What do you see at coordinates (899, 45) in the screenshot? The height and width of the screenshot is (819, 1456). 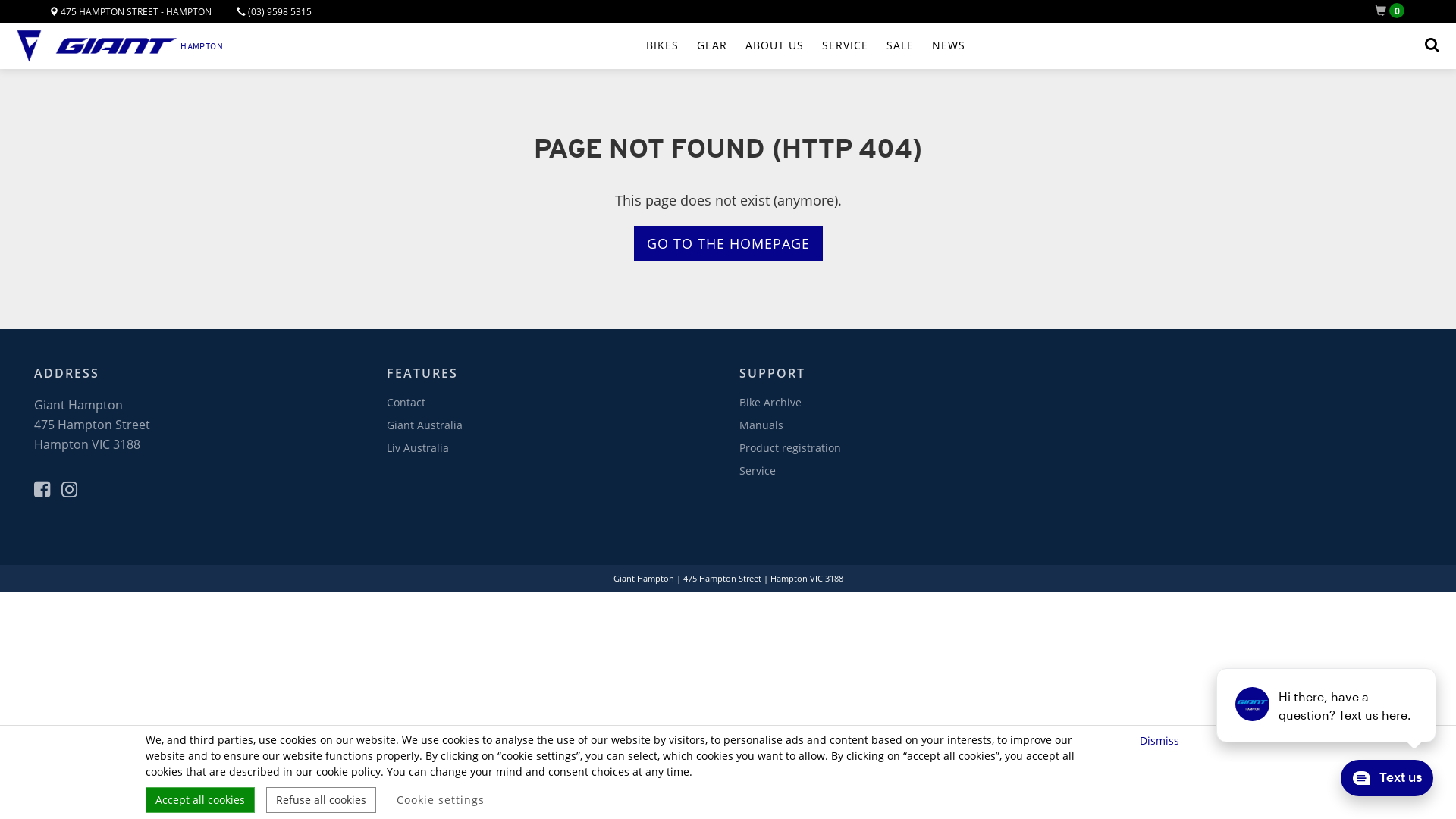 I see `'SALE'` at bounding box center [899, 45].